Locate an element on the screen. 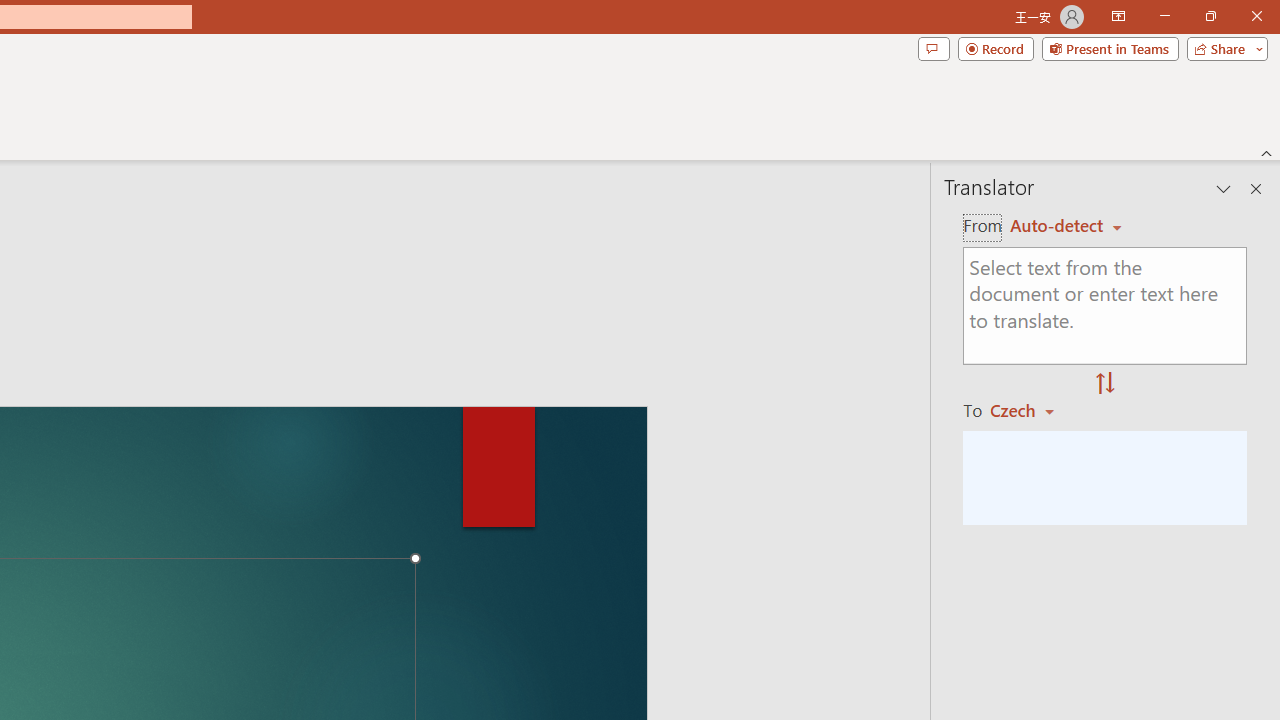  'Auto-detect' is located at coordinates (1065, 225).